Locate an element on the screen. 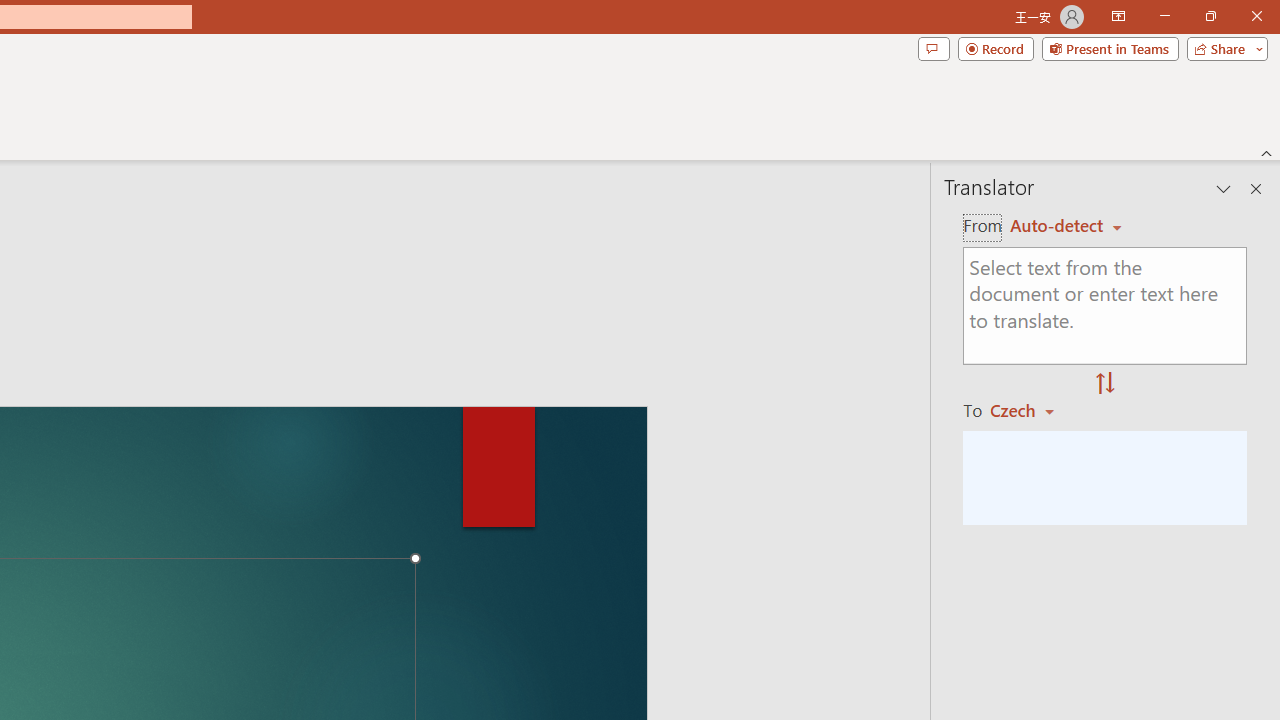  'Auto-detect' is located at coordinates (1065, 225).